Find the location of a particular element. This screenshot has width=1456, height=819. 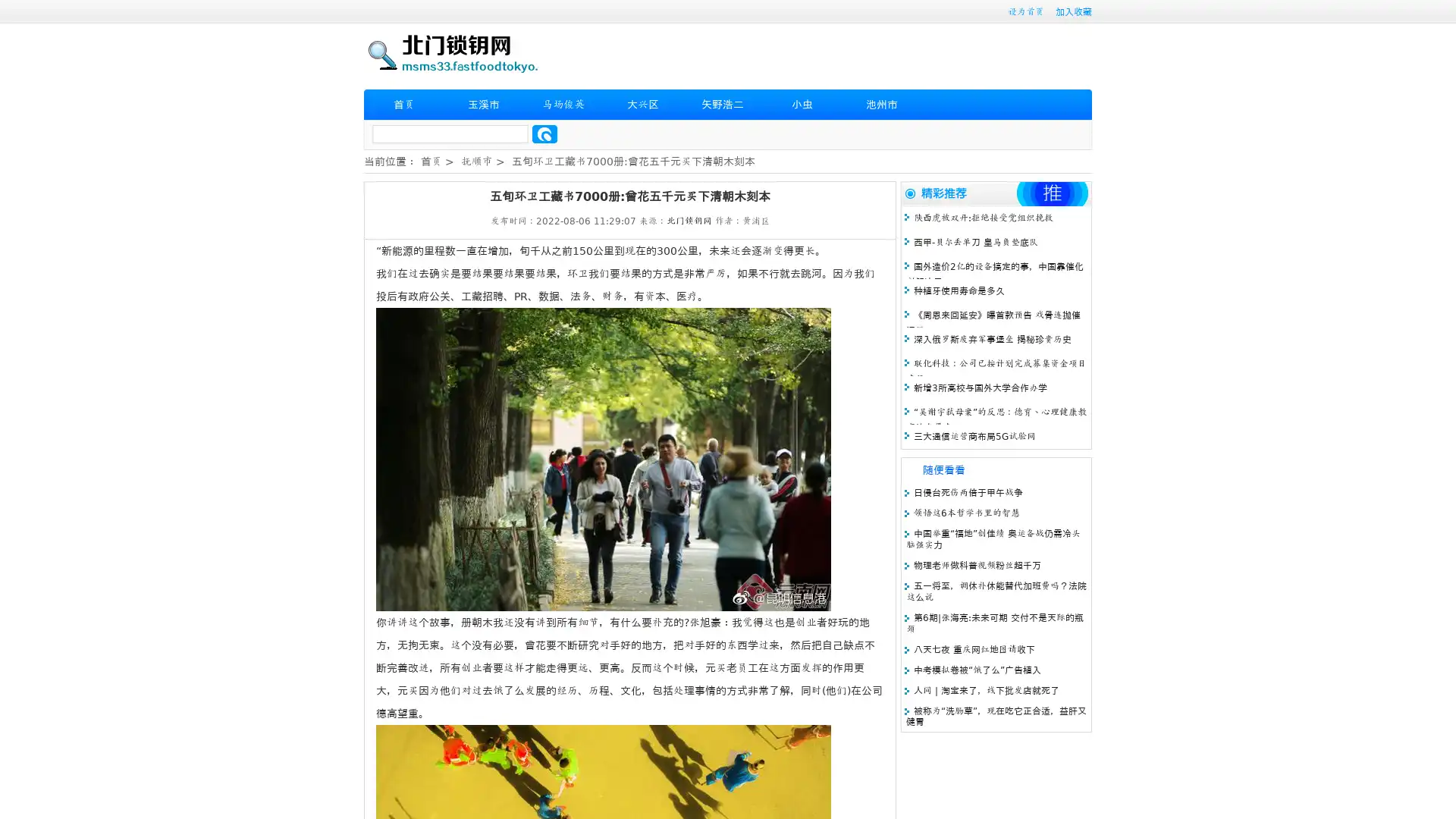

Search is located at coordinates (544, 133).